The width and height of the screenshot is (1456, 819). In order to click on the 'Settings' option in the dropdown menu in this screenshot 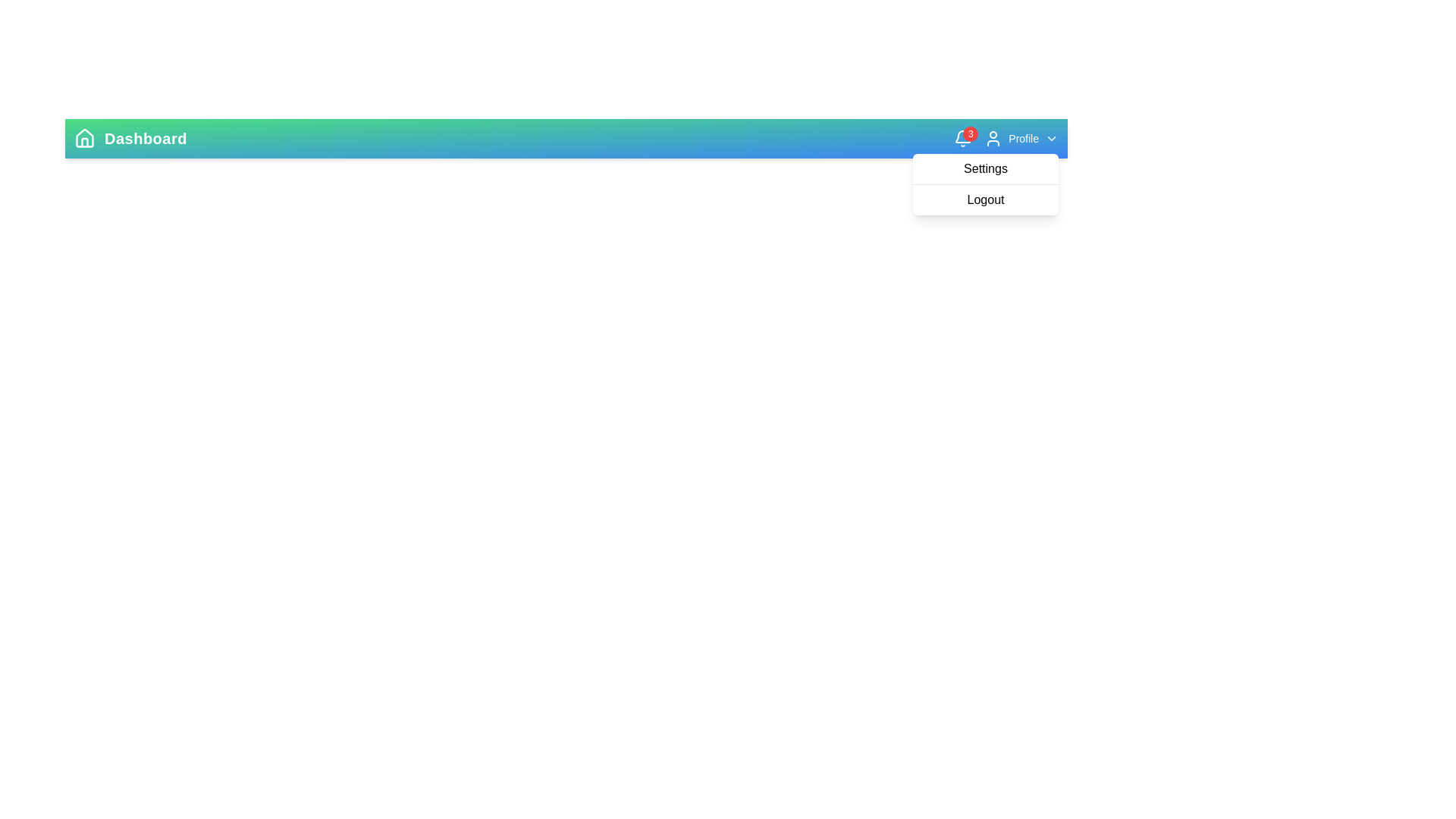, I will do `click(986, 169)`.